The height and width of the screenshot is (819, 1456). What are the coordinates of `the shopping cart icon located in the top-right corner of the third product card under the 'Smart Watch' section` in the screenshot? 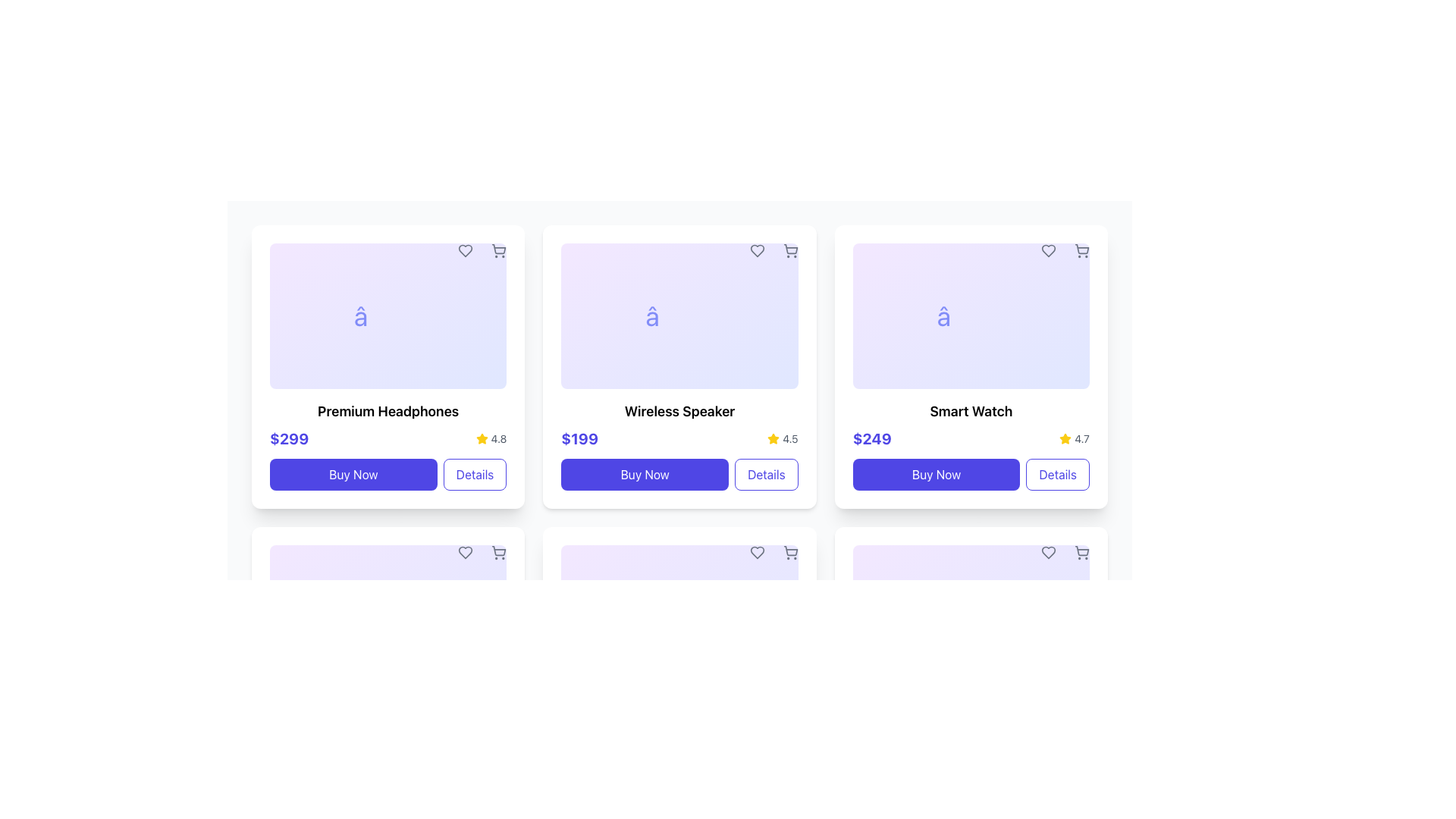 It's located at (1081, 553).